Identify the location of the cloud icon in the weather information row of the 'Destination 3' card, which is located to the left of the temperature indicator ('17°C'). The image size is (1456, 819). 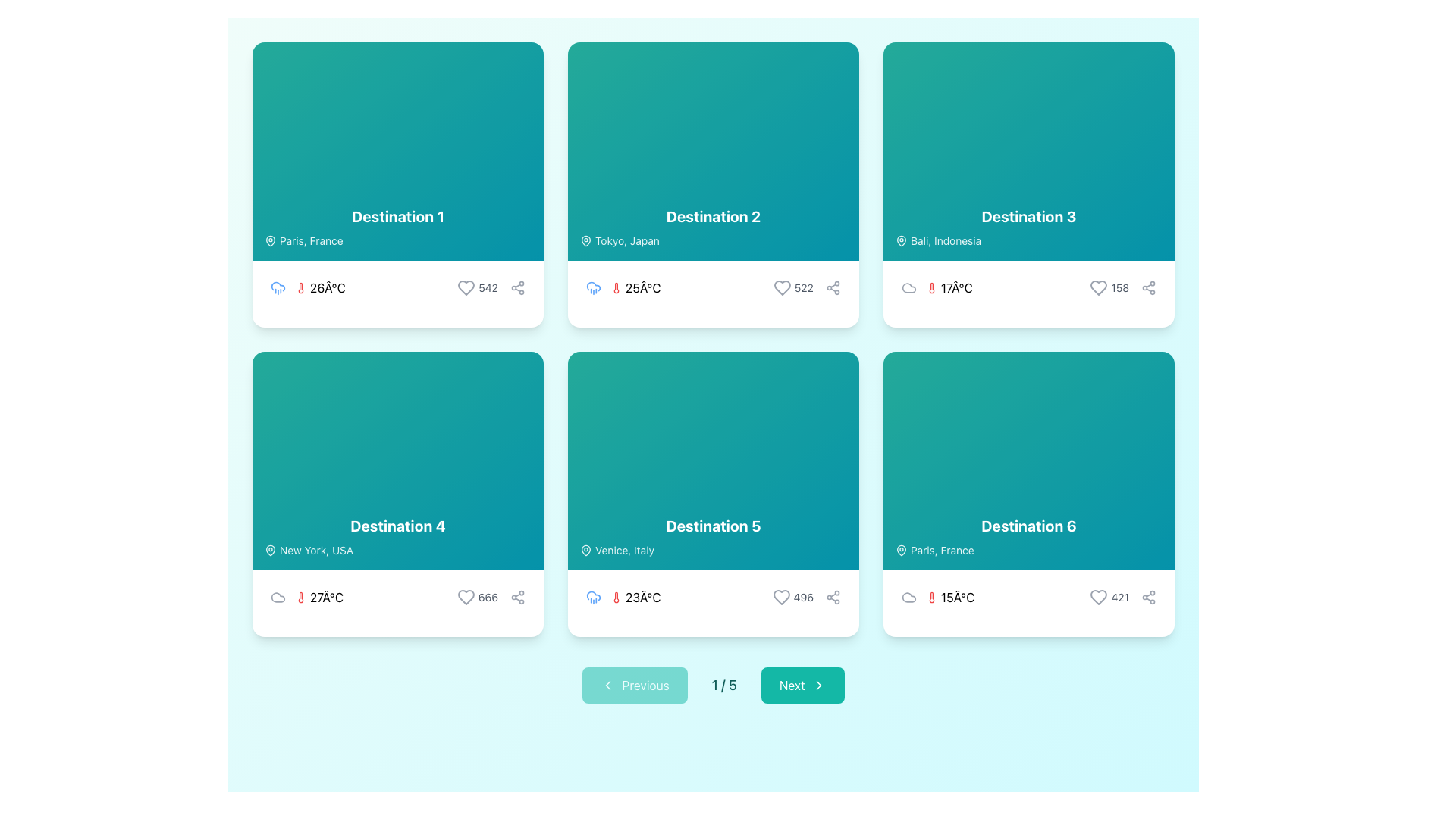
(909, 288).